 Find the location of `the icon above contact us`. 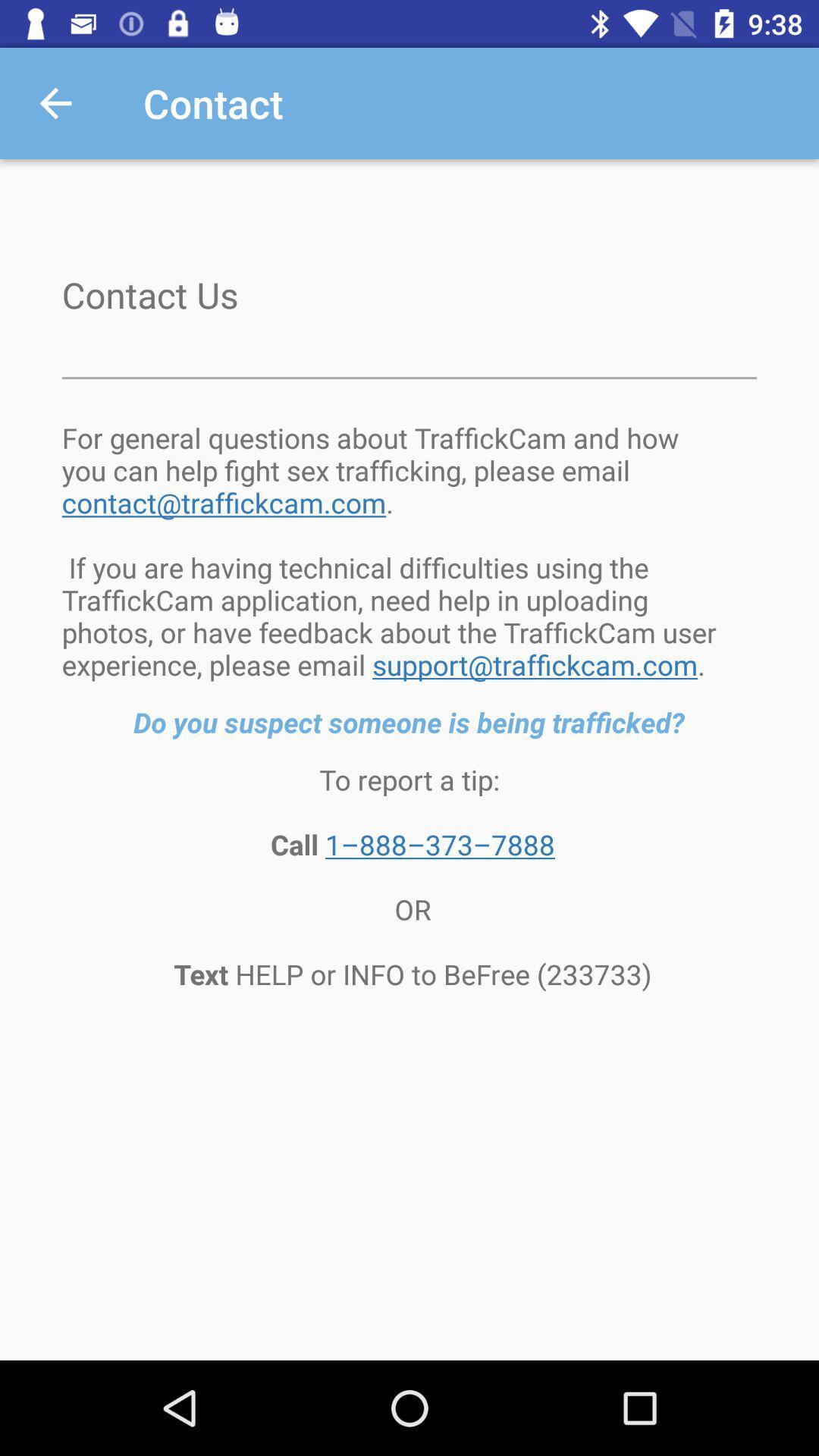

the icon above contact us is located at coordinates (55, 102).